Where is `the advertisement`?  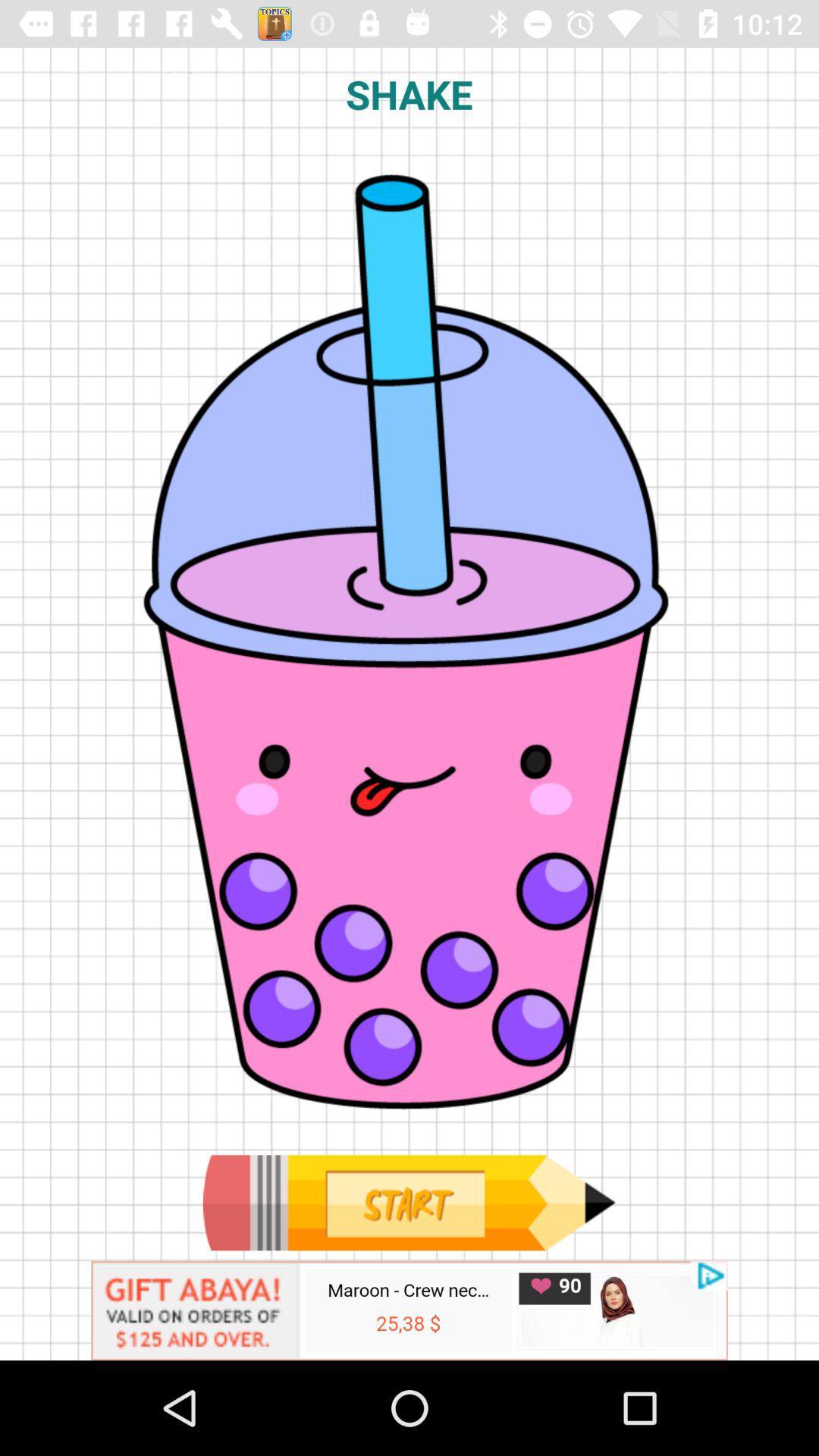 the advertisement is located at coordinates (409, 1310).